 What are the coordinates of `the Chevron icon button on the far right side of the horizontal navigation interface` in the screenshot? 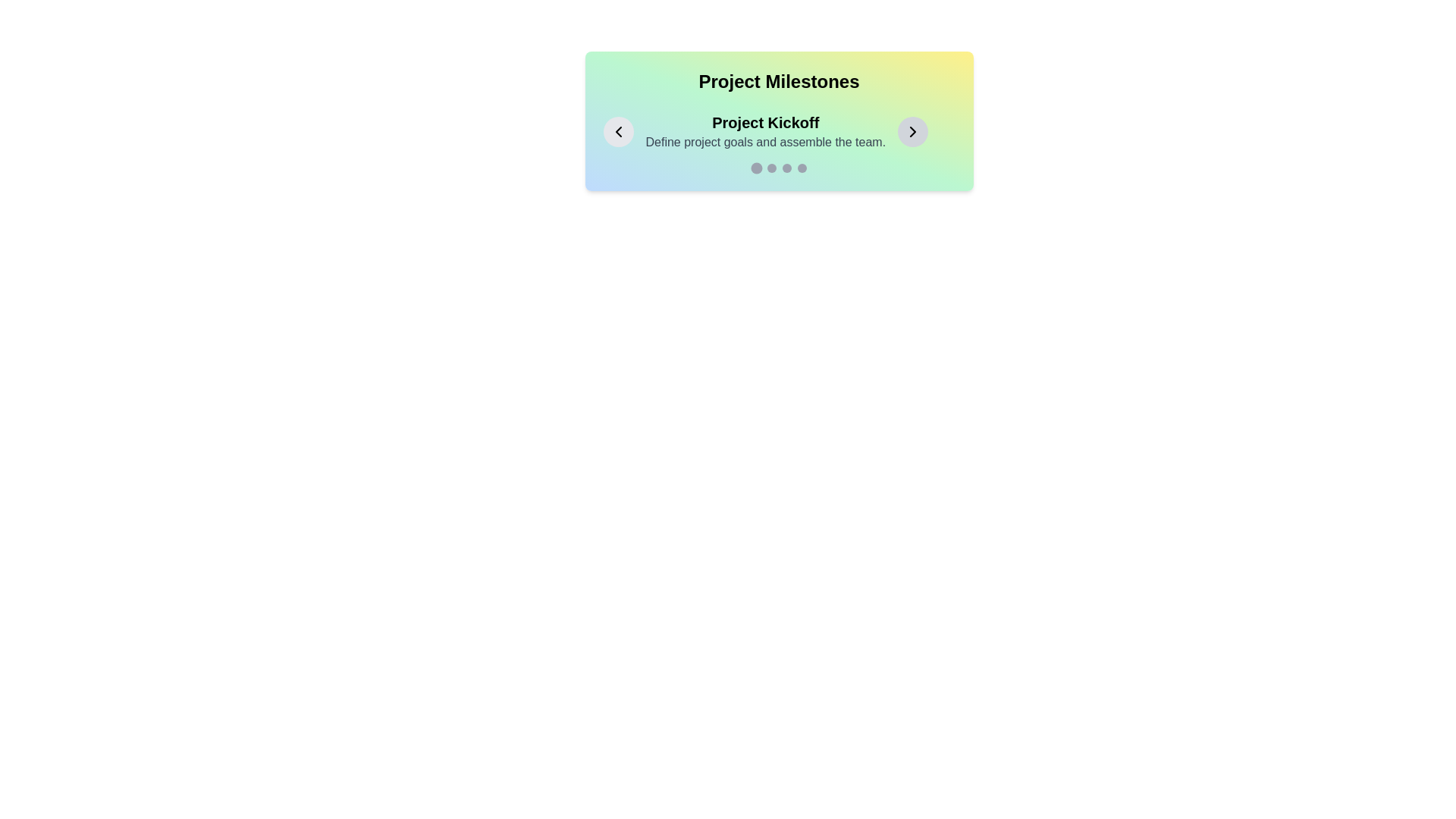 It's located at (912, 130).